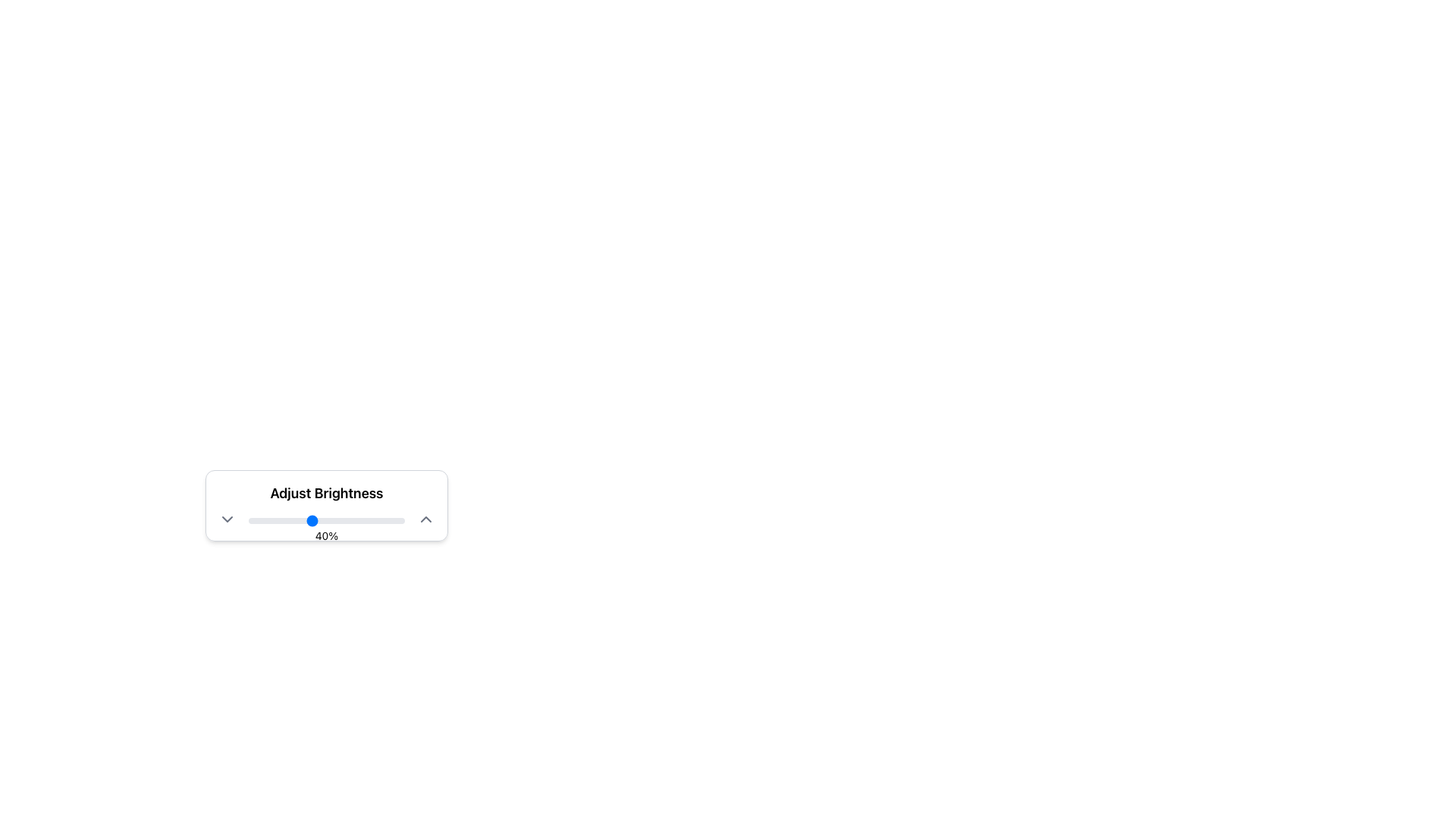 This screenshot has height=819, width=1456. I want to click on the brightness value, so click(360, 519).